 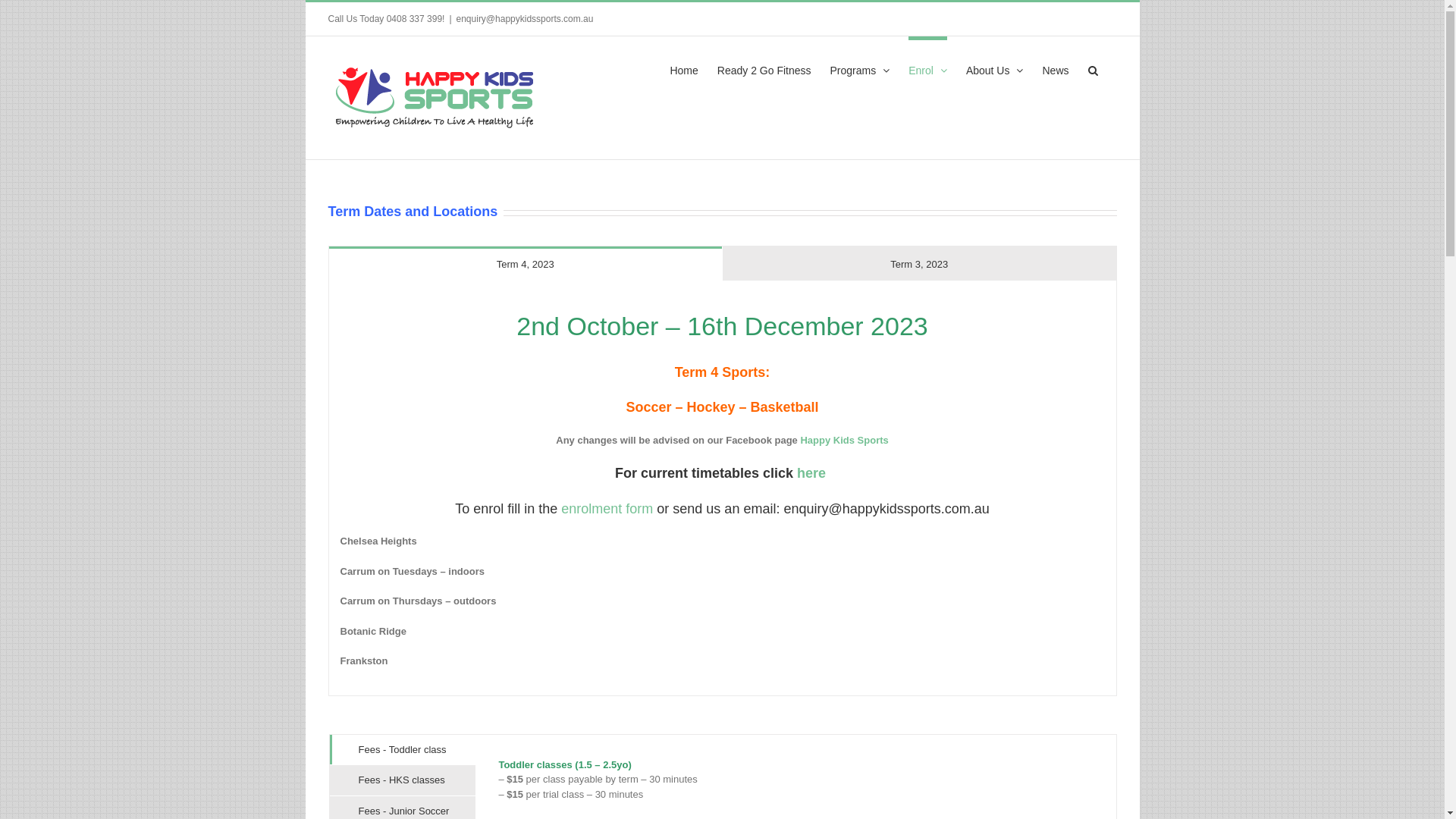 What do you see at coordinates (402, 748) in the screenshot?
I see `'Fees - Toddler class'` at bounding box center [402, 748].